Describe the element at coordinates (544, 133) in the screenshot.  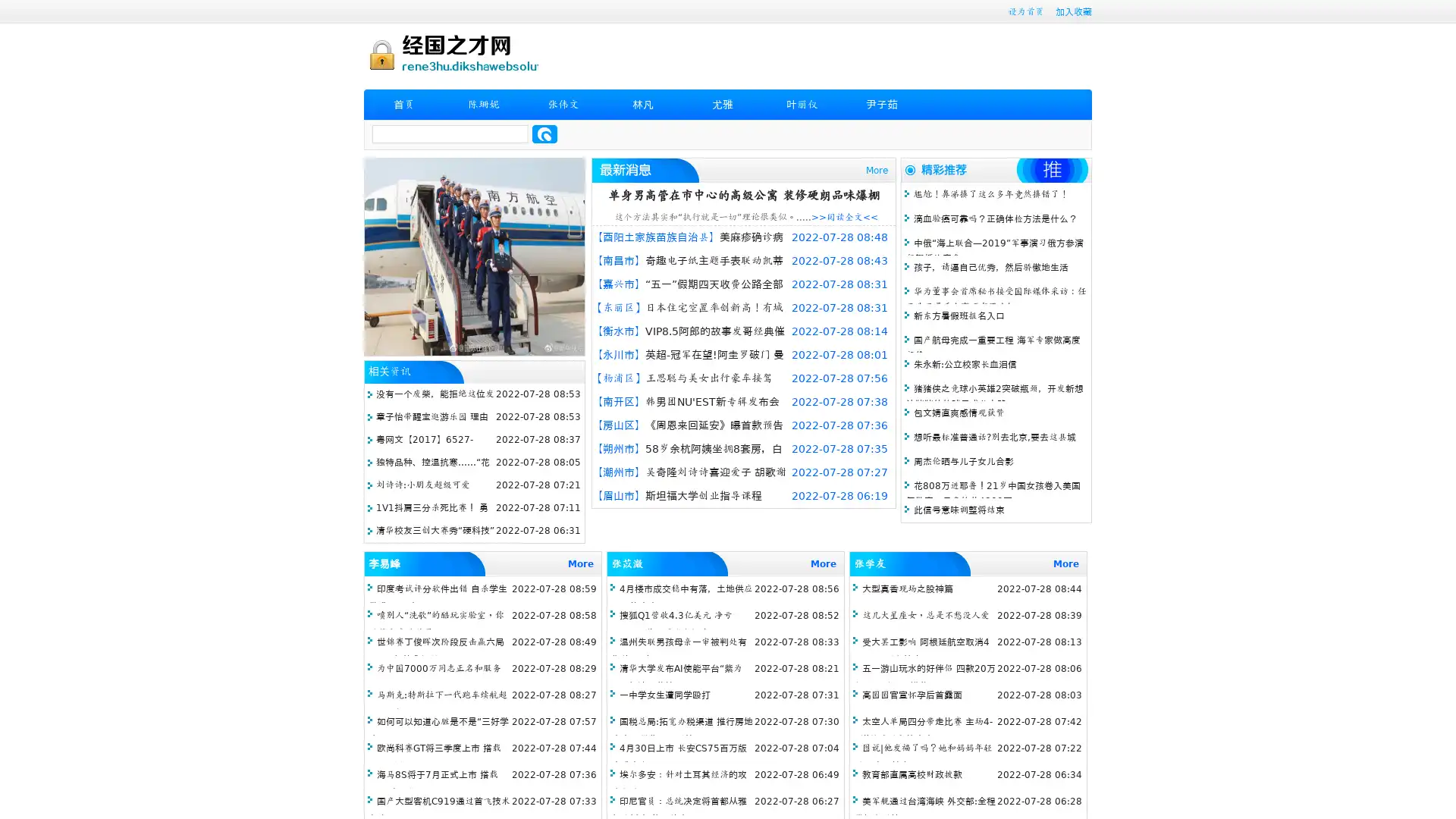
I see `Search` at that location.